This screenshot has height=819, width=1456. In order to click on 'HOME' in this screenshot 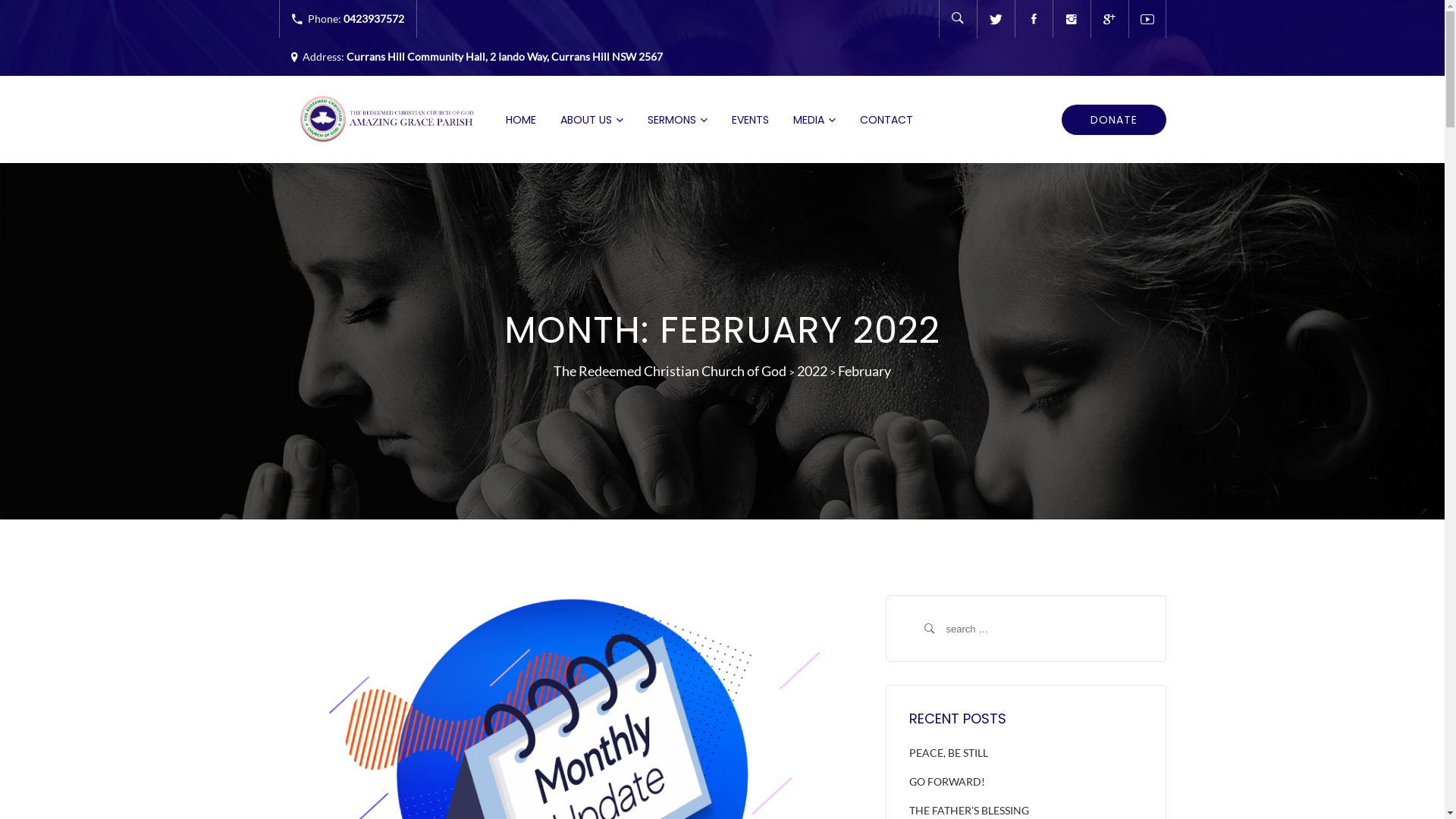, I will do `click(505, 119)`.